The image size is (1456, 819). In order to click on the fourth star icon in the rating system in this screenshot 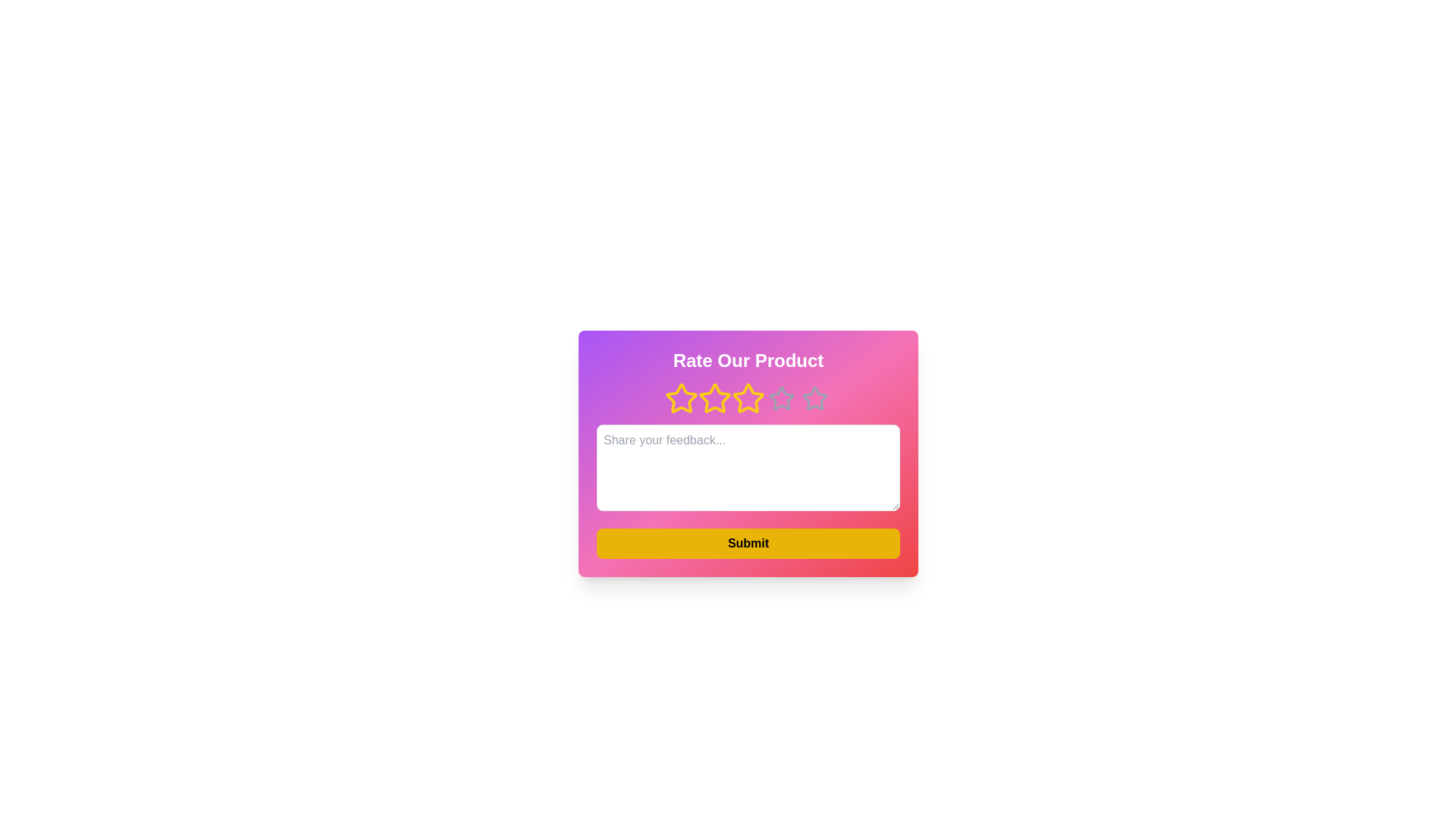, I will do `click(748, 397)`.